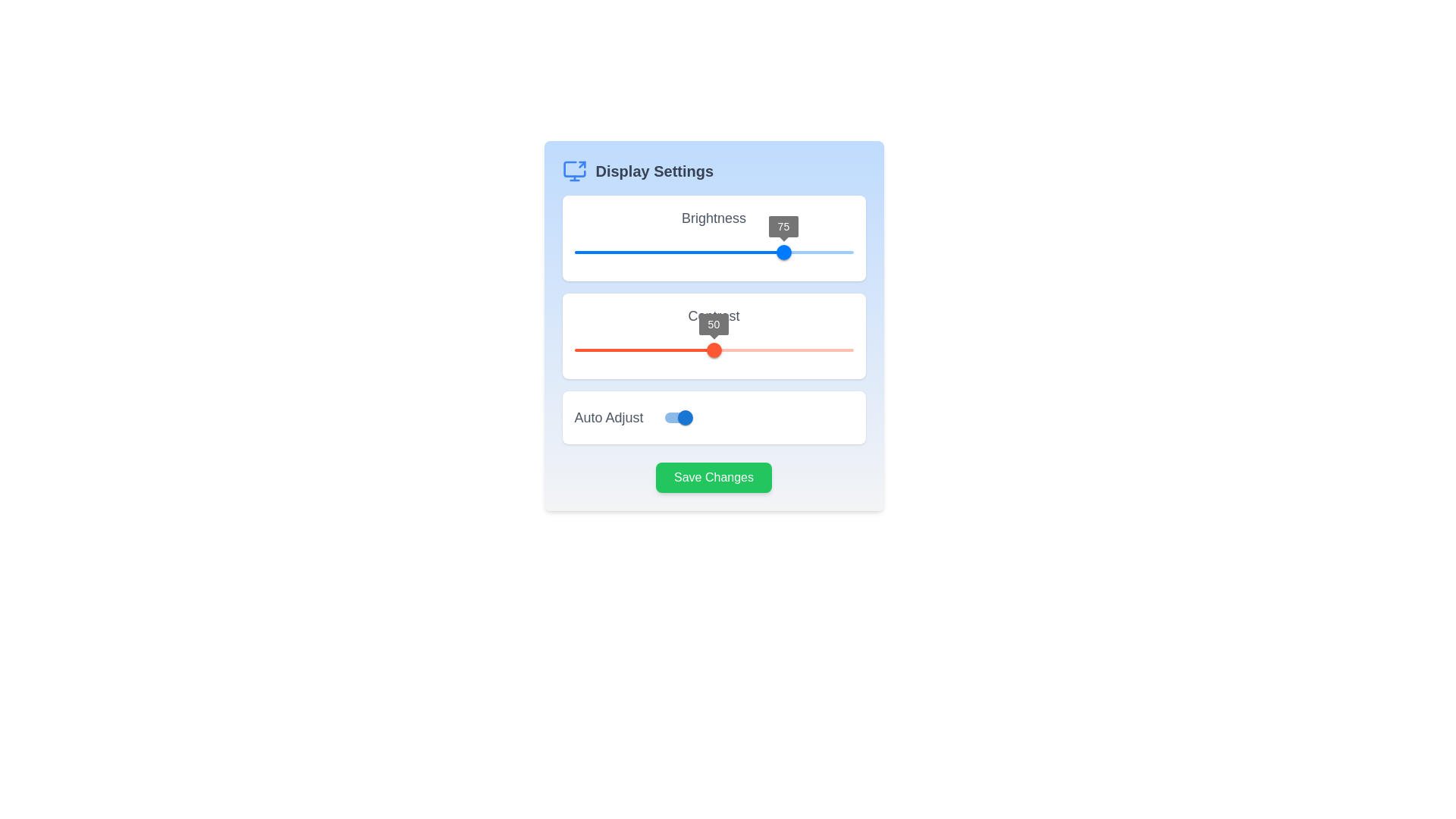 This screenshot has width=1456, height=819. I want to click on contrast, so click(664, 350).